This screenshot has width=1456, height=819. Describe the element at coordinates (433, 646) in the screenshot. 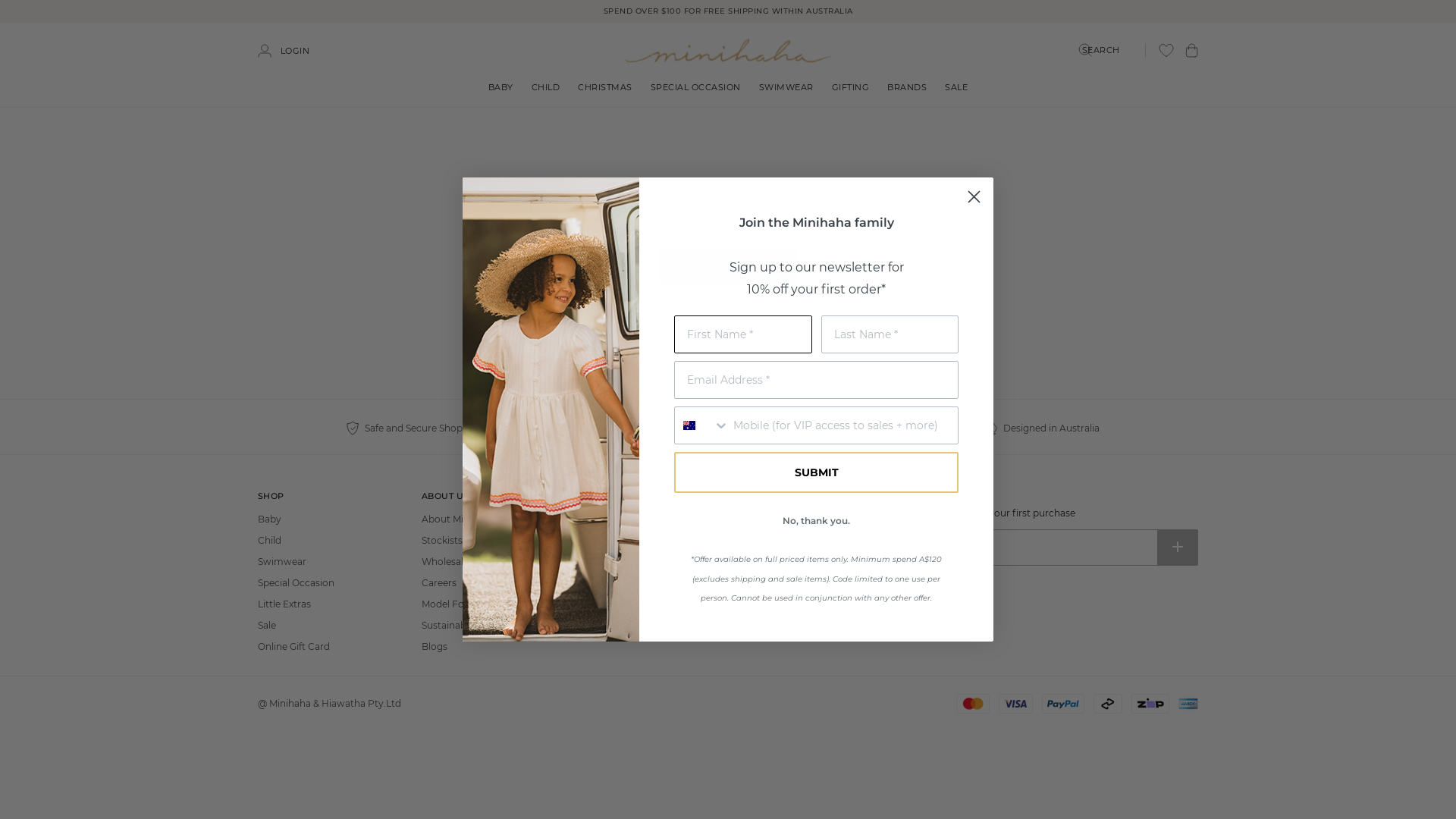

I see `'Blogs'` at that location.